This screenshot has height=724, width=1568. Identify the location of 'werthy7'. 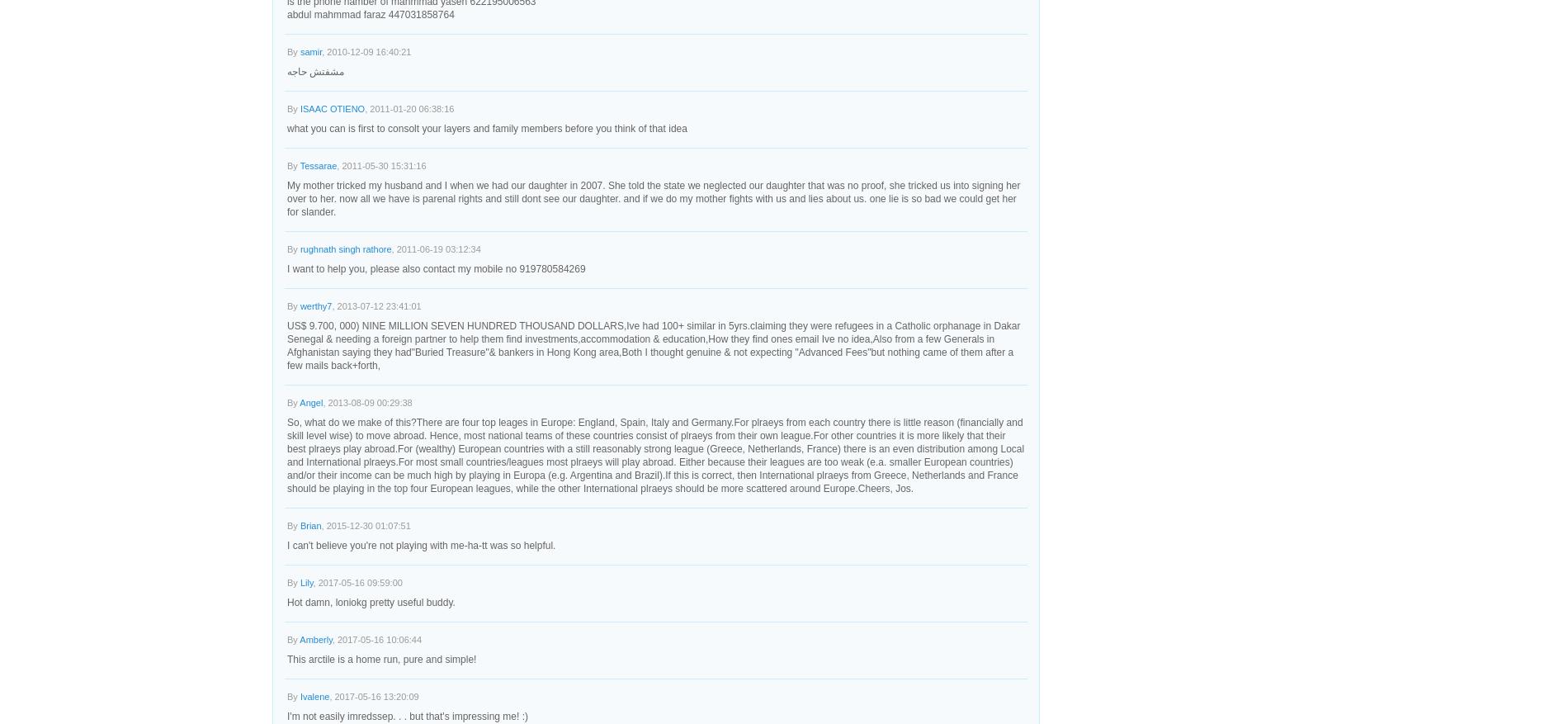
(314, 305).